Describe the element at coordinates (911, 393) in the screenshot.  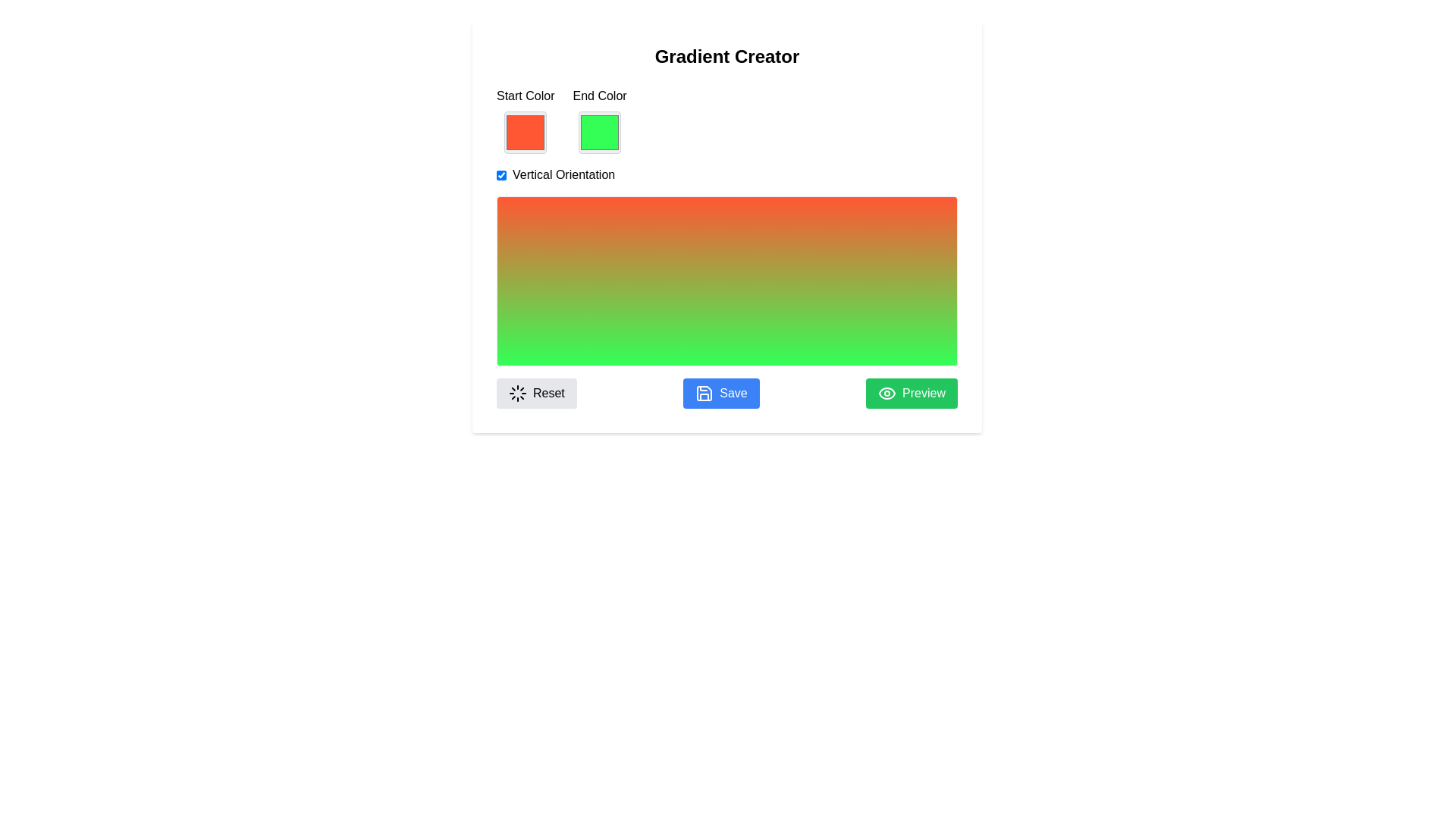
I see `the 'Preview' button located at the far right of the button row to change its background color` at that location.